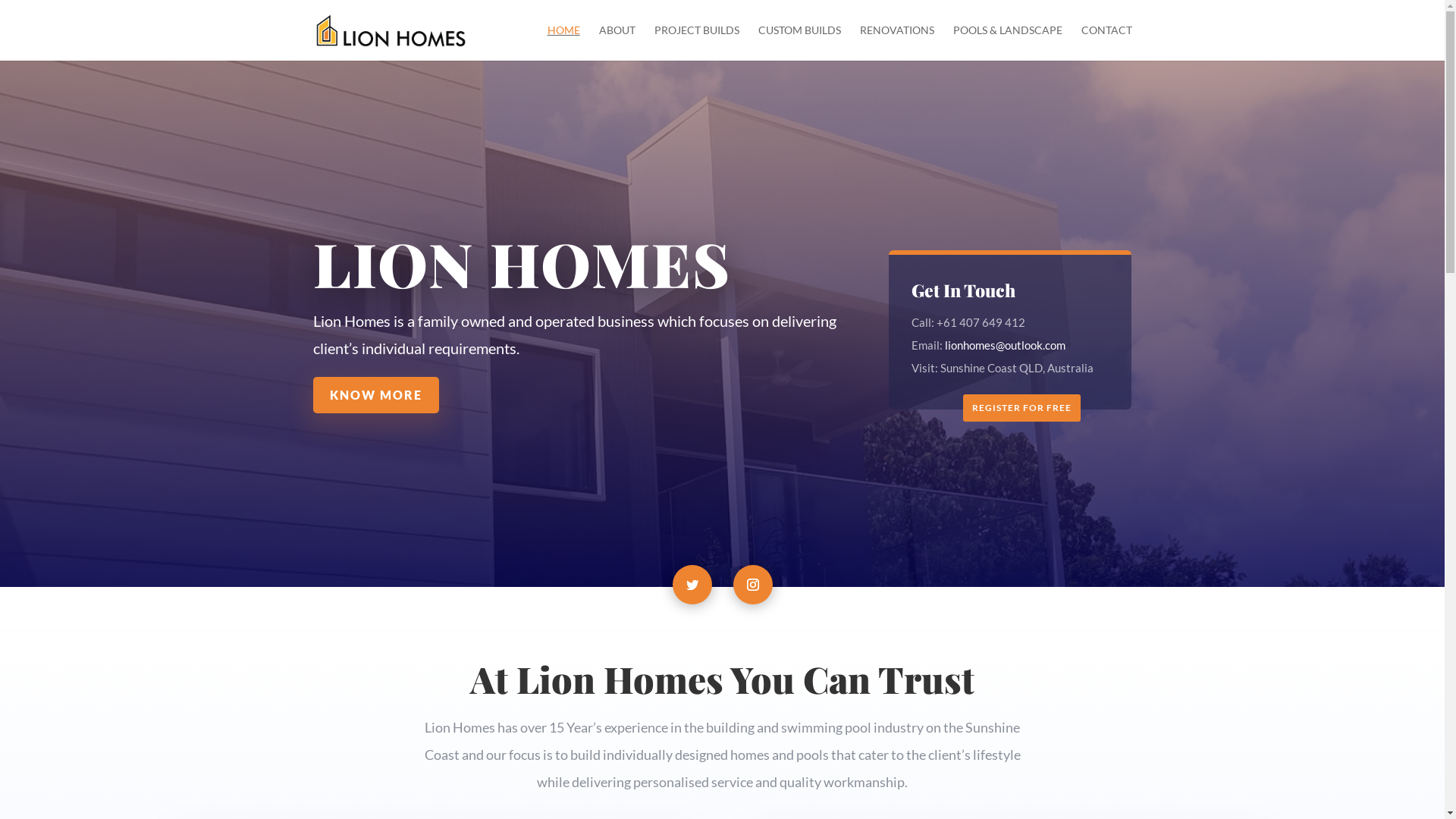  What do you see at coordinates (799, 42) in the screenshot?
I see `'CUSTOM BUILDS'` at bounding box center [799, 42].